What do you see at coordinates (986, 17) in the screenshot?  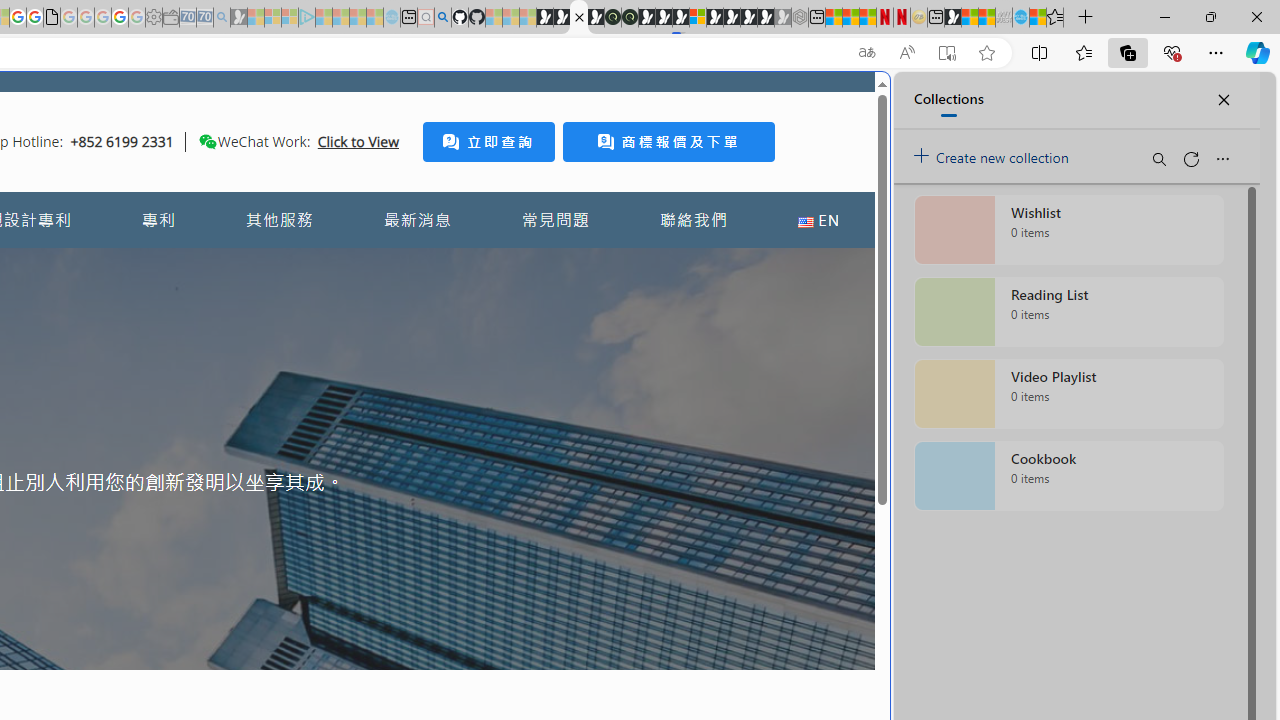 I see `'Earth has six continents not seven, radical new study claims'` at bounding box center [986, 17].